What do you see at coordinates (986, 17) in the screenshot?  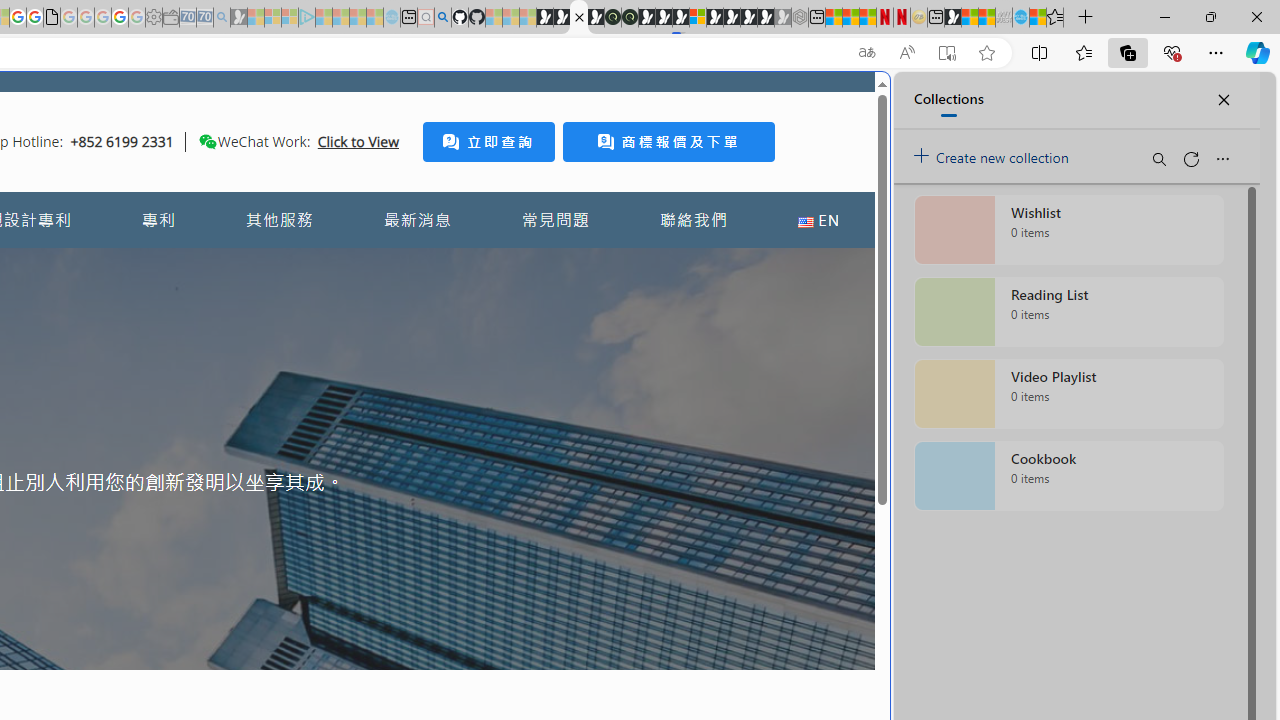 I see `'Earth has six continents not seven, radical new study claims'` at bounding box center [986, 17].